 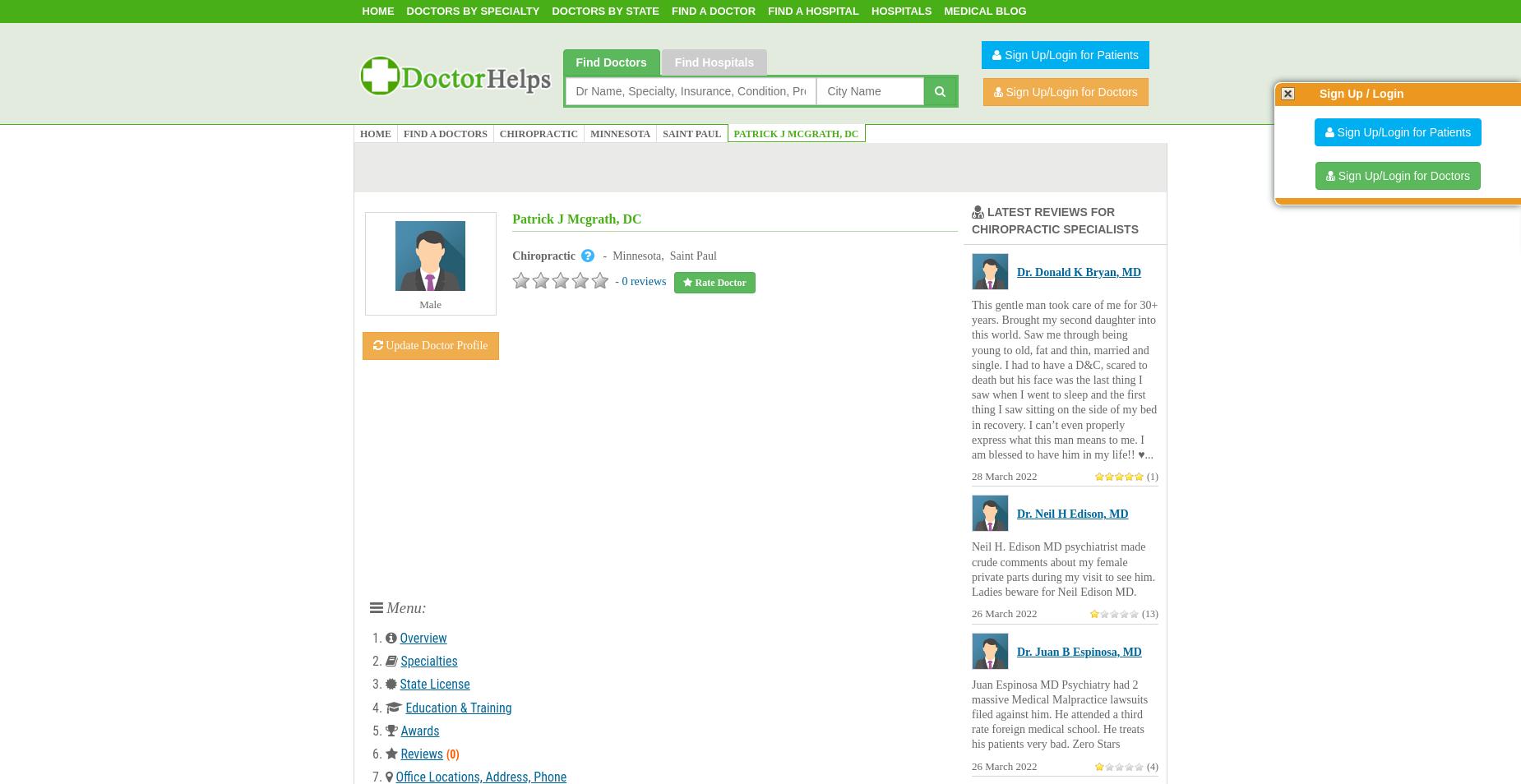 What do you see at coordinates (665, 256) in the screenshot?
I see `','` at bounding box center [665, 256].